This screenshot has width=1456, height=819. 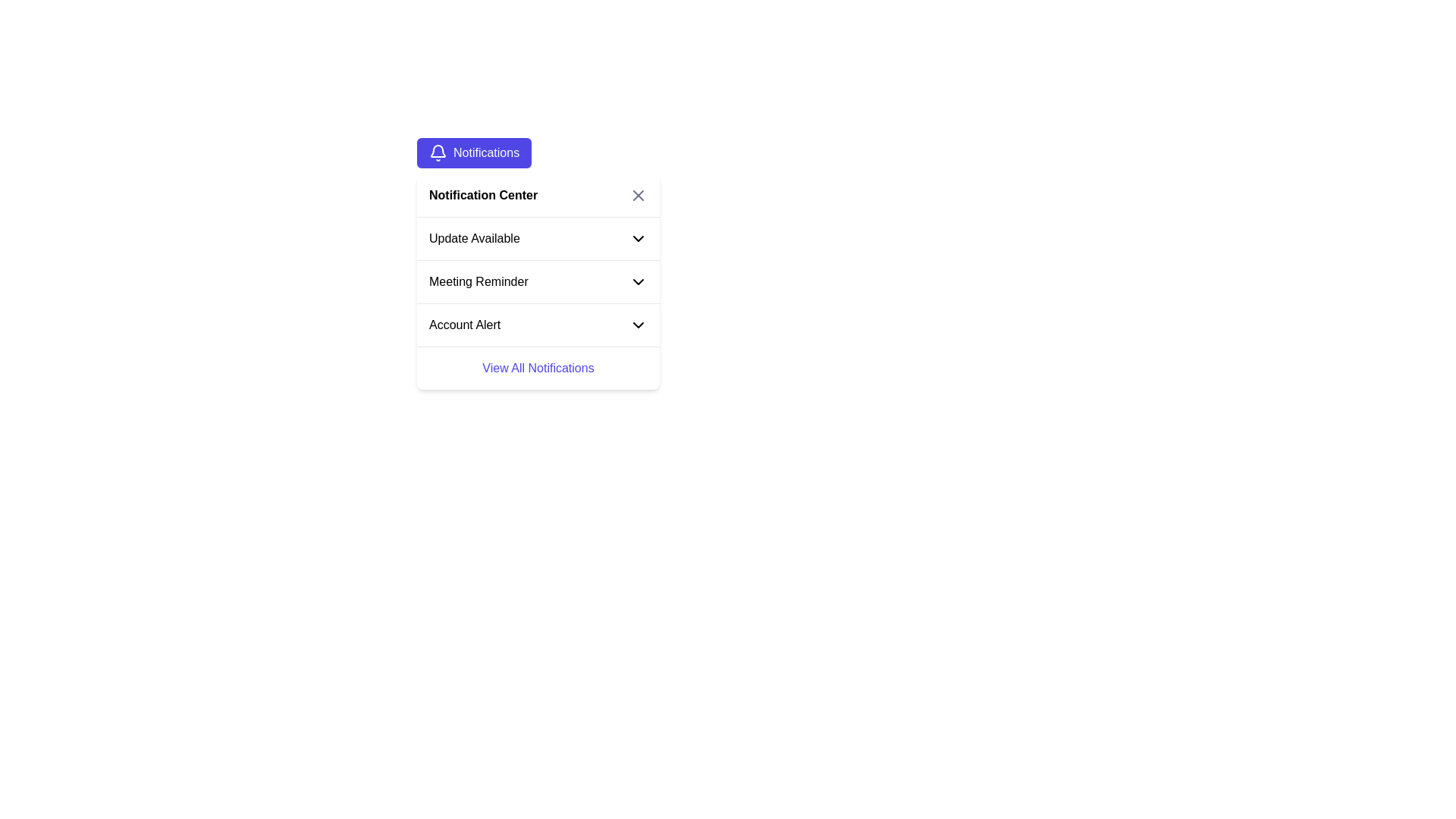 I want to click on the 'View All Notifications' text link in indigo-blue font located at the bottom of the 'Notification Center' dropdown panel, so click(x=538, y=368).